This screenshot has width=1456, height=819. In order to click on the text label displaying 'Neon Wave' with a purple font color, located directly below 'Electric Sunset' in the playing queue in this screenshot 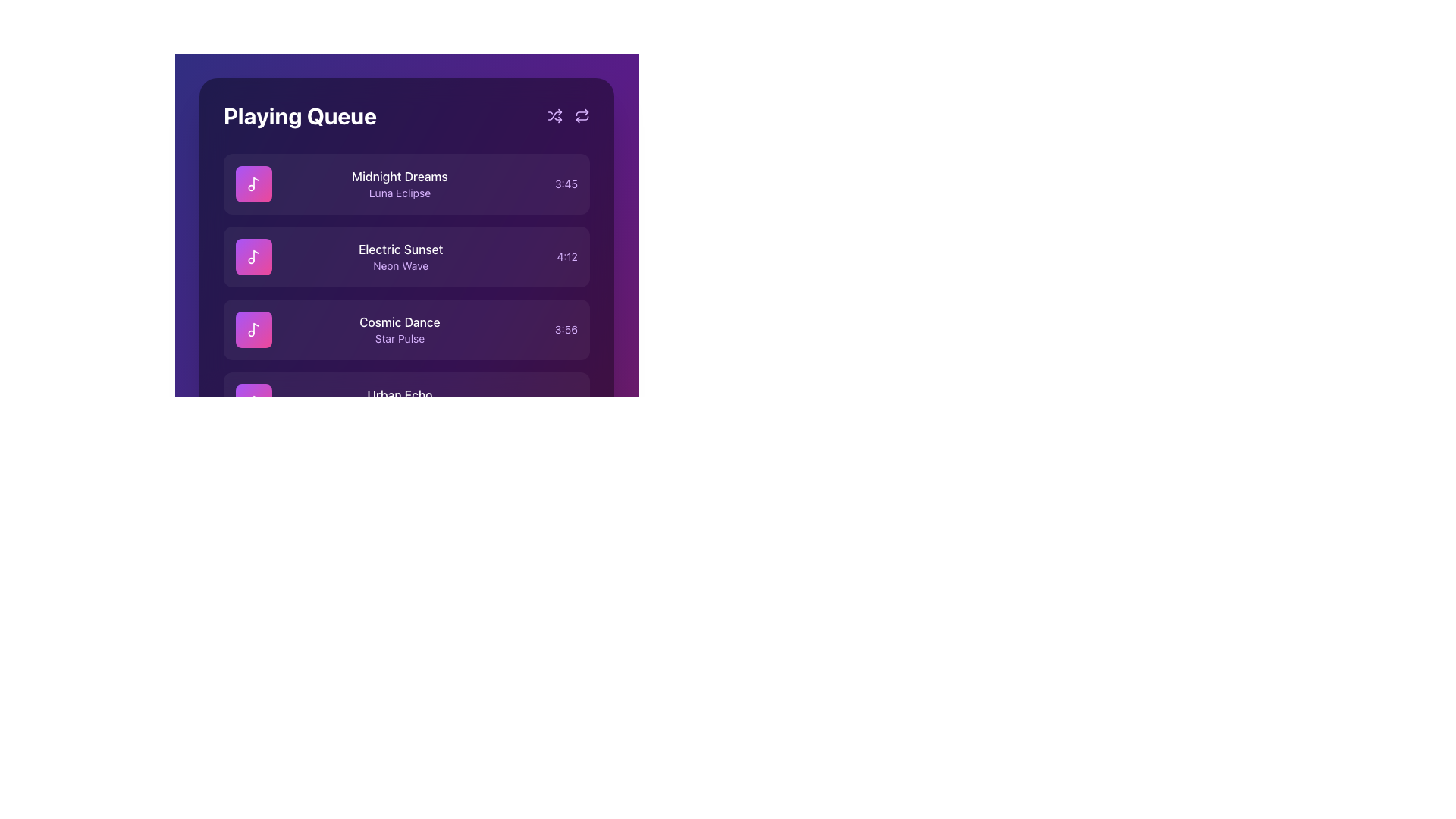, I will do `click(400, 265)`.